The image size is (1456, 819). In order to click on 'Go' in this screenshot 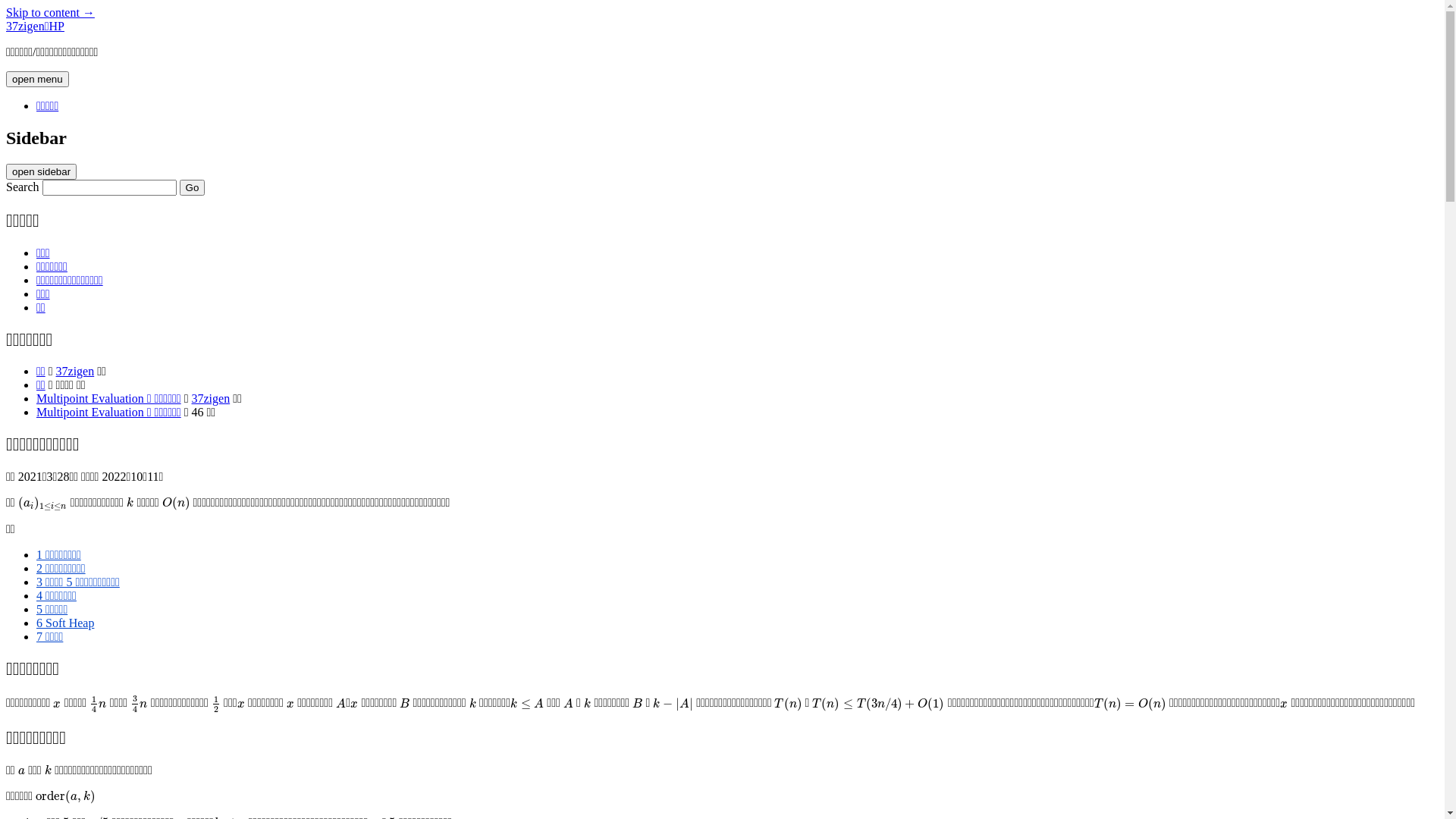, I will do `click(179, 187)`.